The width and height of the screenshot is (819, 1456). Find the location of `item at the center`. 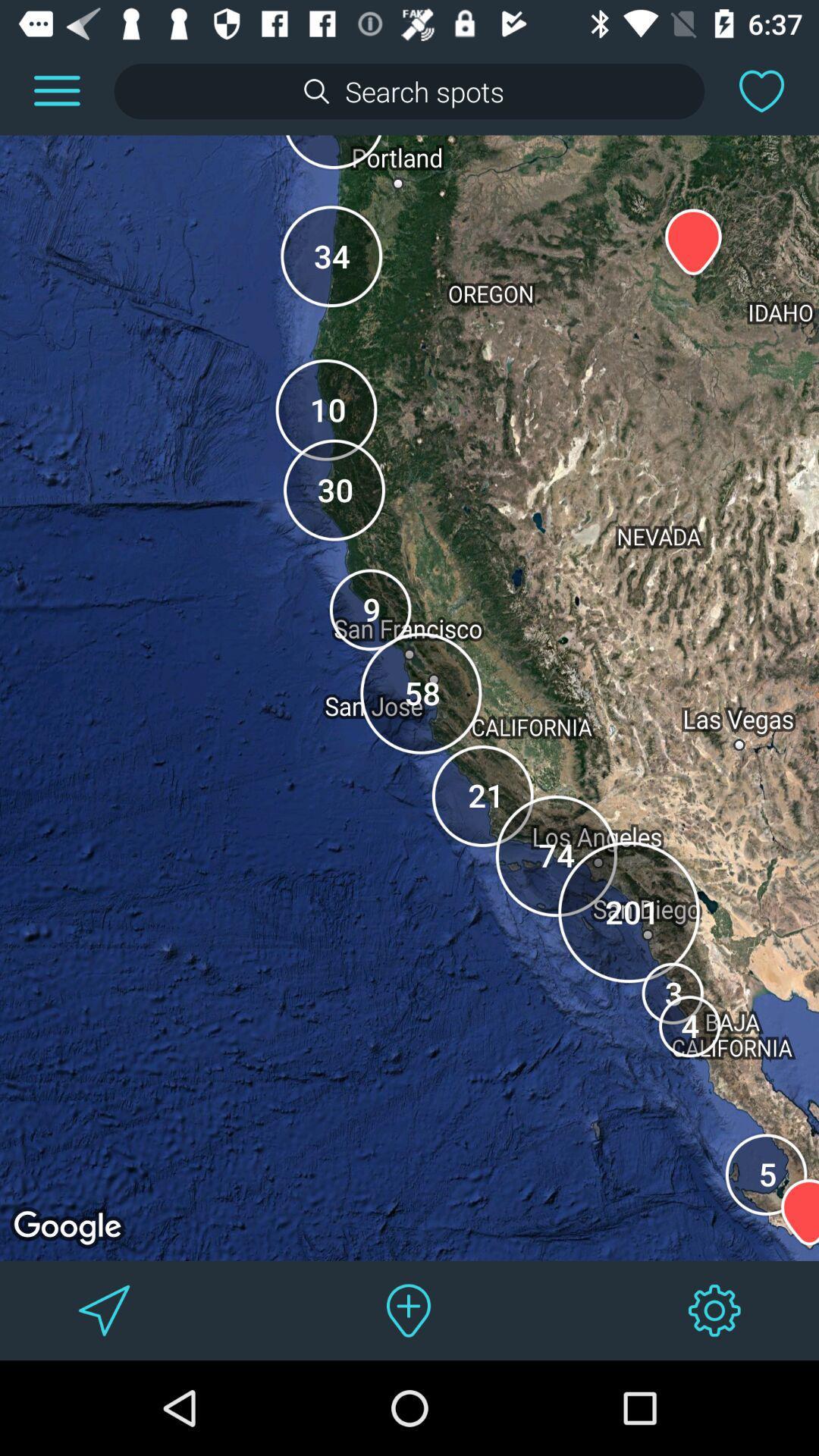

item at the center is located at coordinates (409, 703).